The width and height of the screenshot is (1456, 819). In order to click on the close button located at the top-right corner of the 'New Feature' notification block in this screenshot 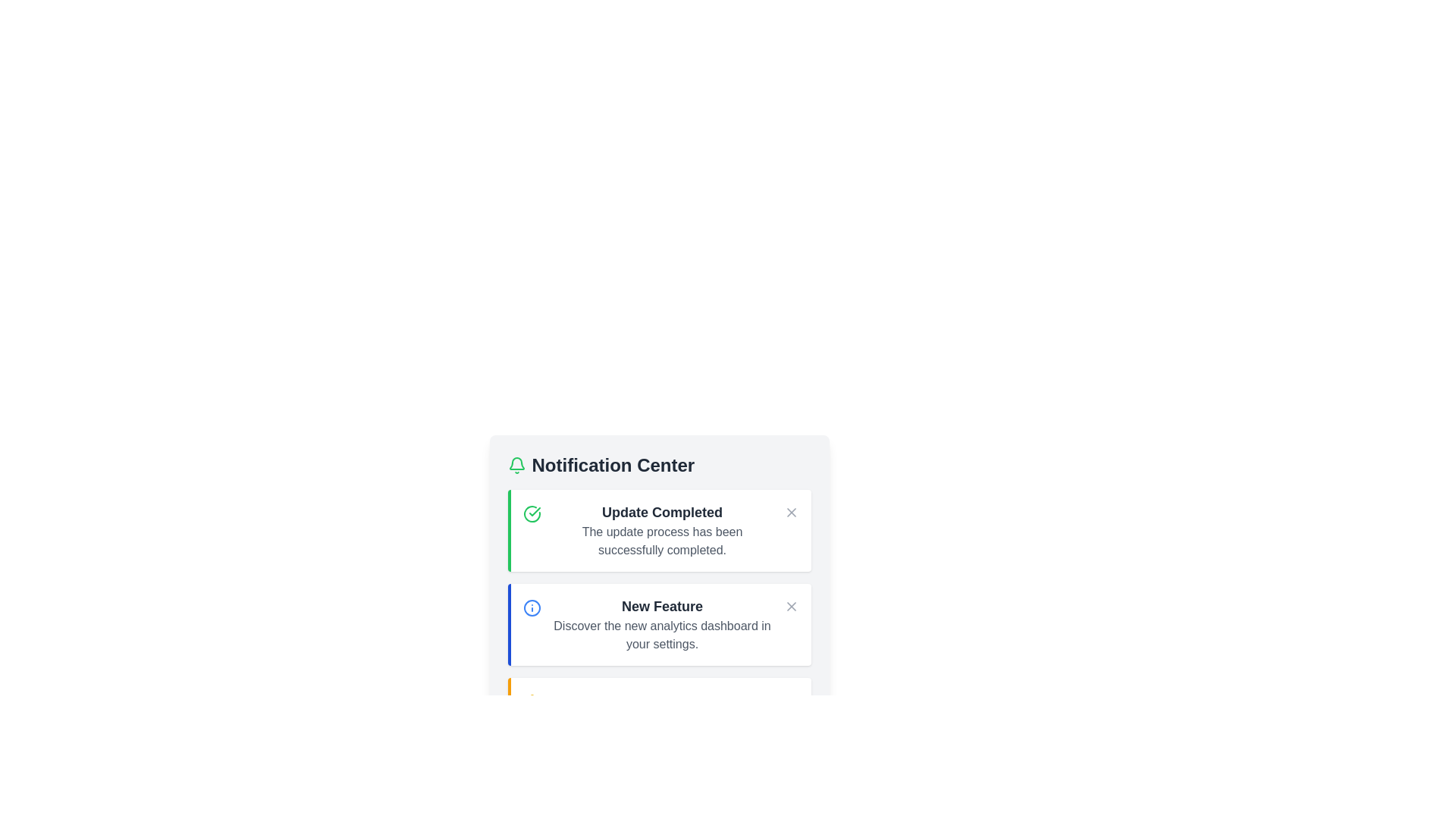, I will do `click(790, 605)`.